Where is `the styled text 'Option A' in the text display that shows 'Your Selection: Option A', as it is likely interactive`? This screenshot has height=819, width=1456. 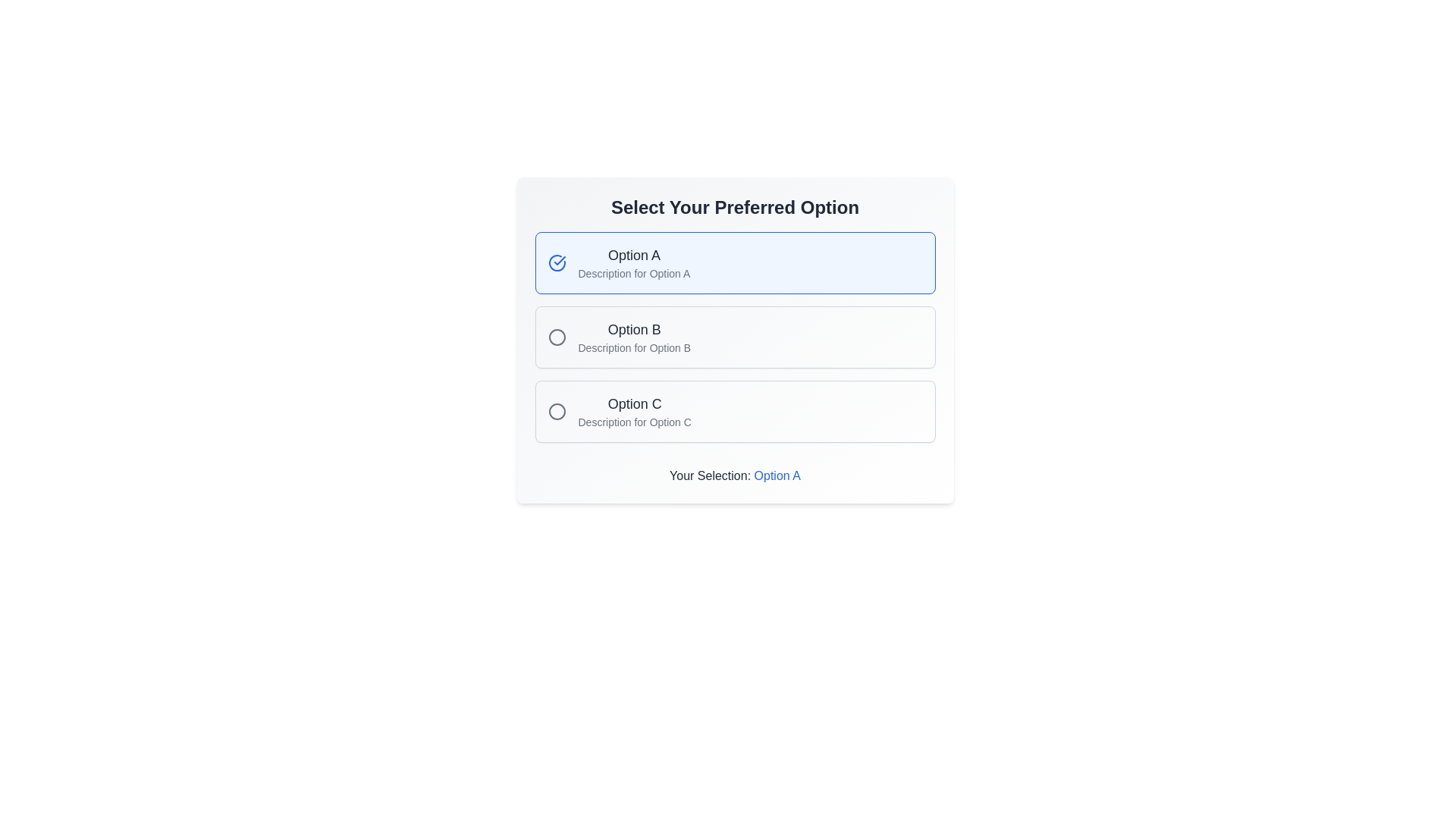 the styled text 'Option A' in the text display that shows 'Your Selection: Option A', as it is likely interactive is located at coordinates (735, 475).